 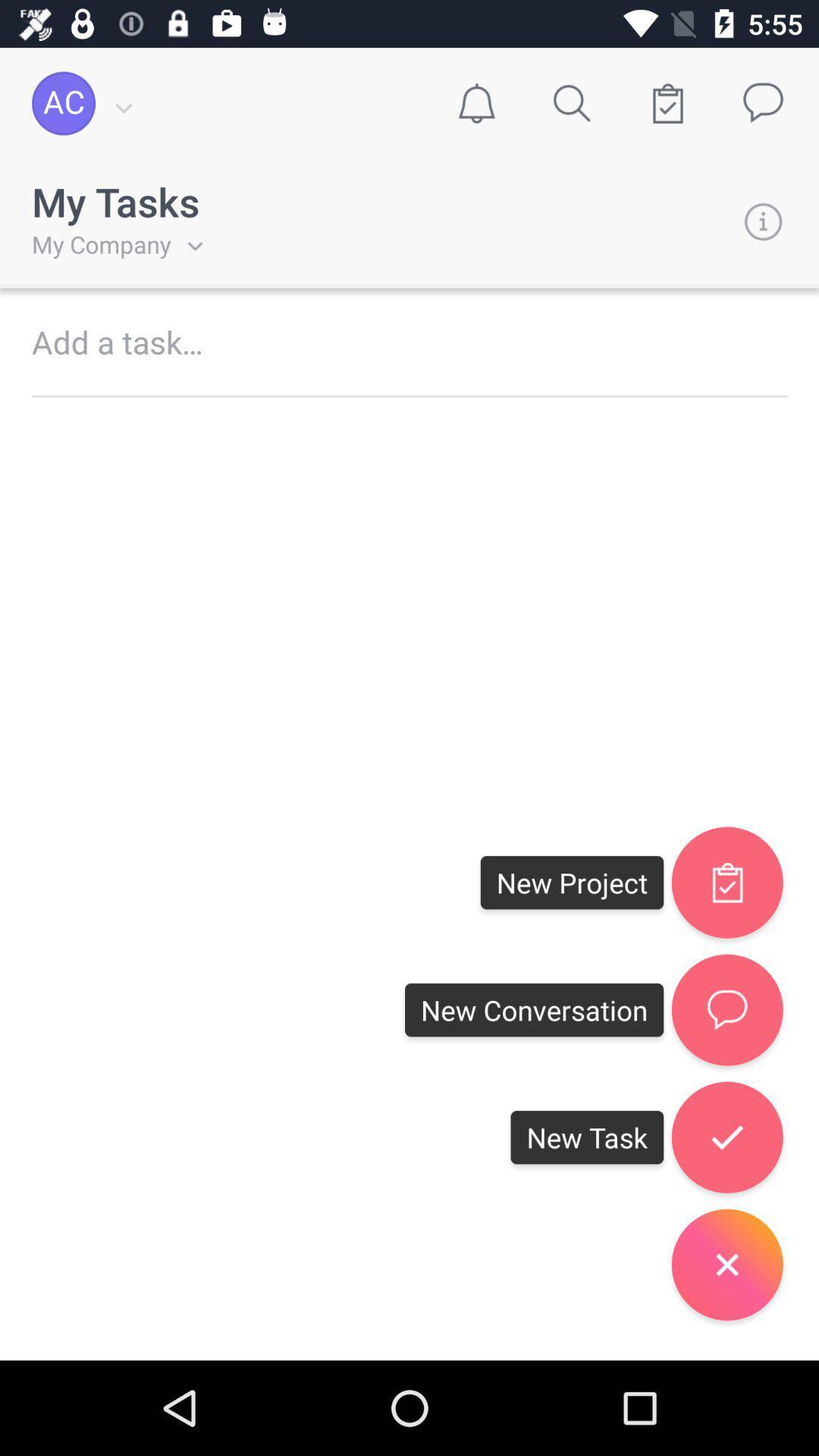 What do you see at coordinates (763, 103) in the screenshot?
I see `message icon on top right` at bounding box center [763, 103].